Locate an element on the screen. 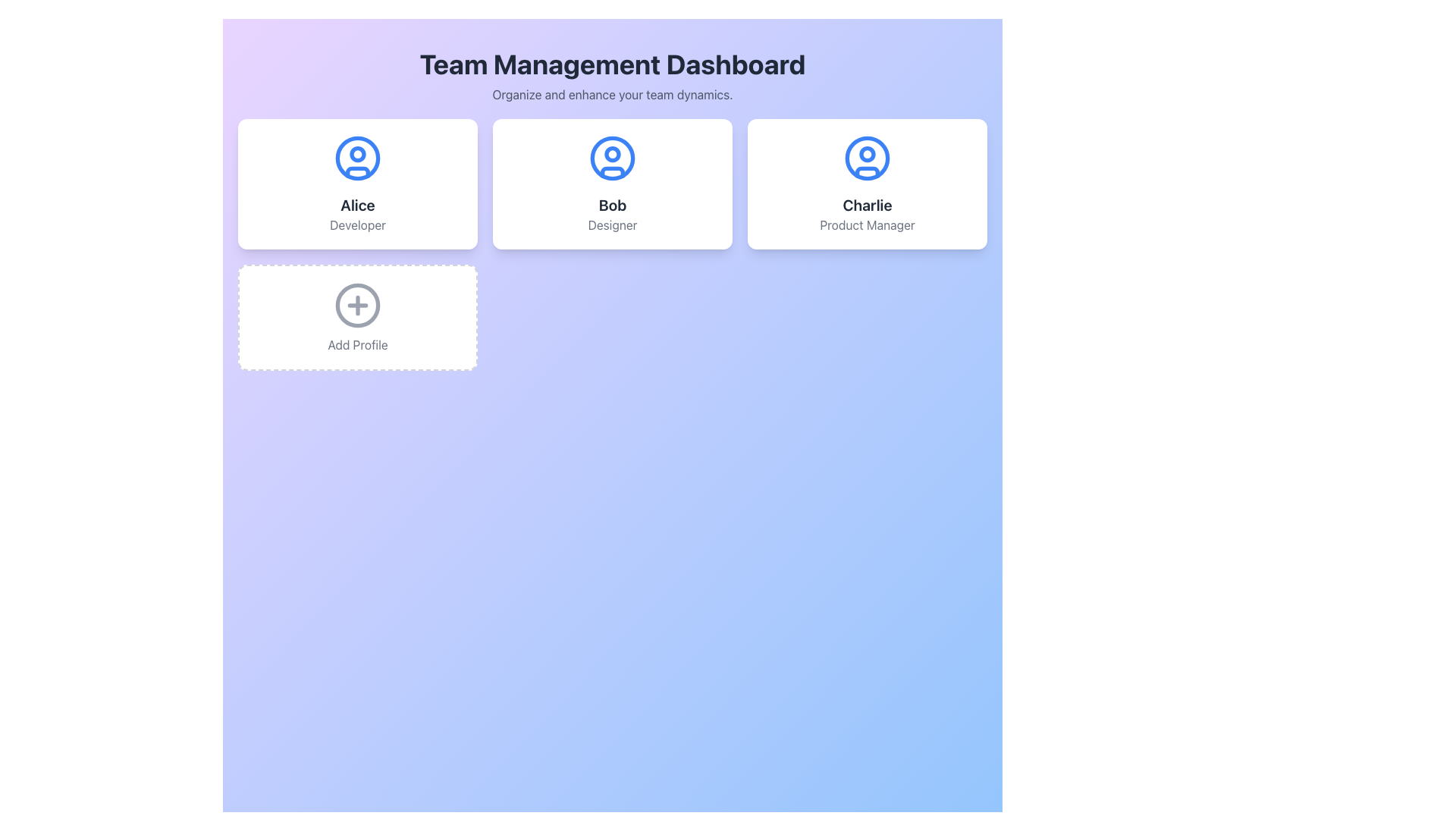 The height and width of the screenshot is (819, 1456). the text label displaying the role title 'Product Manager' located below the name 'Charlie' in the rightmost profile card of the grid arrangement is located at coordinates (867, 225).